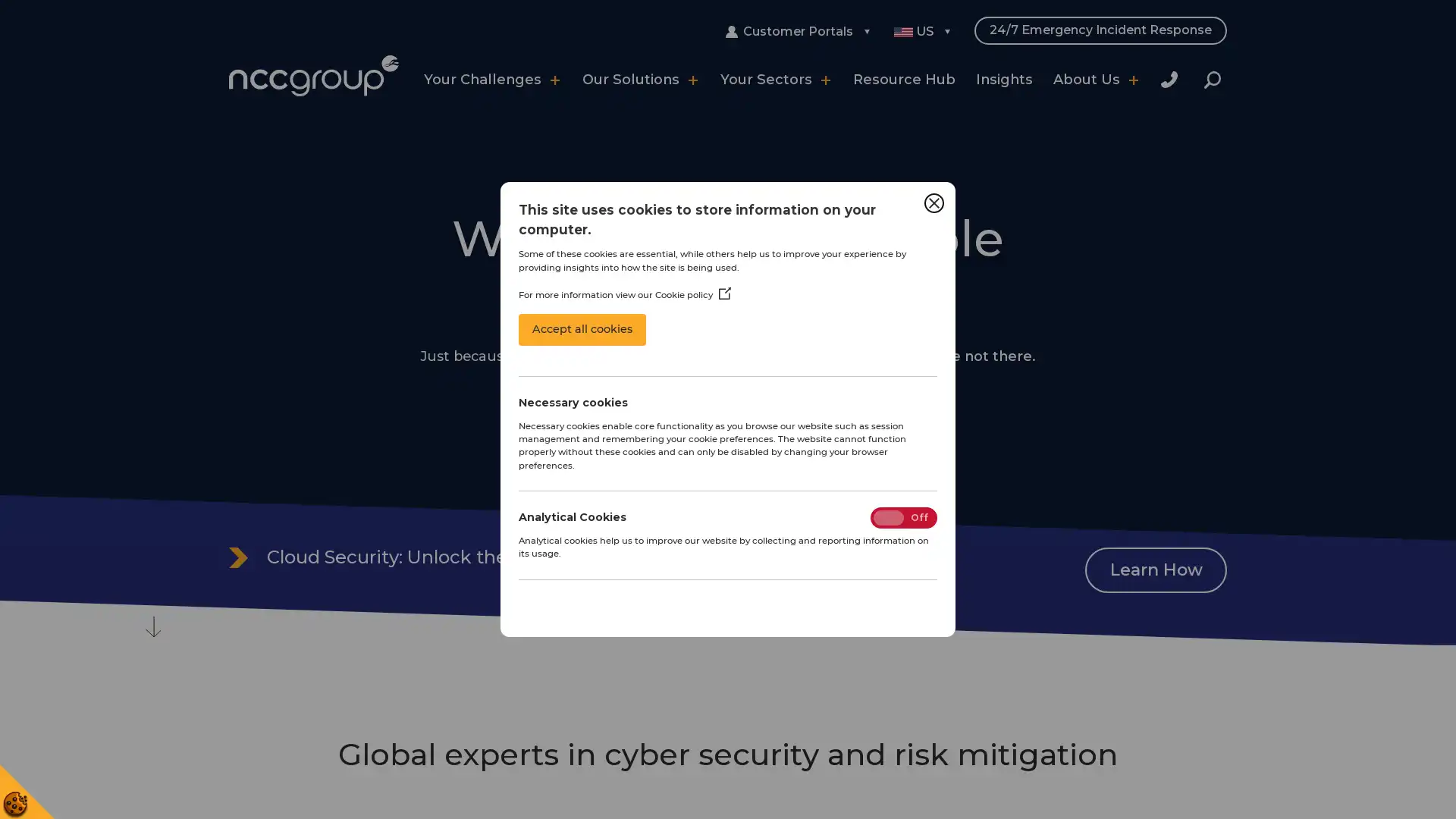 Image resolution: width=1456 pixels, height=819 pixels. Describe the element at coordinates (1163, 133) in the screenshot. I see `Close Search` at that location.